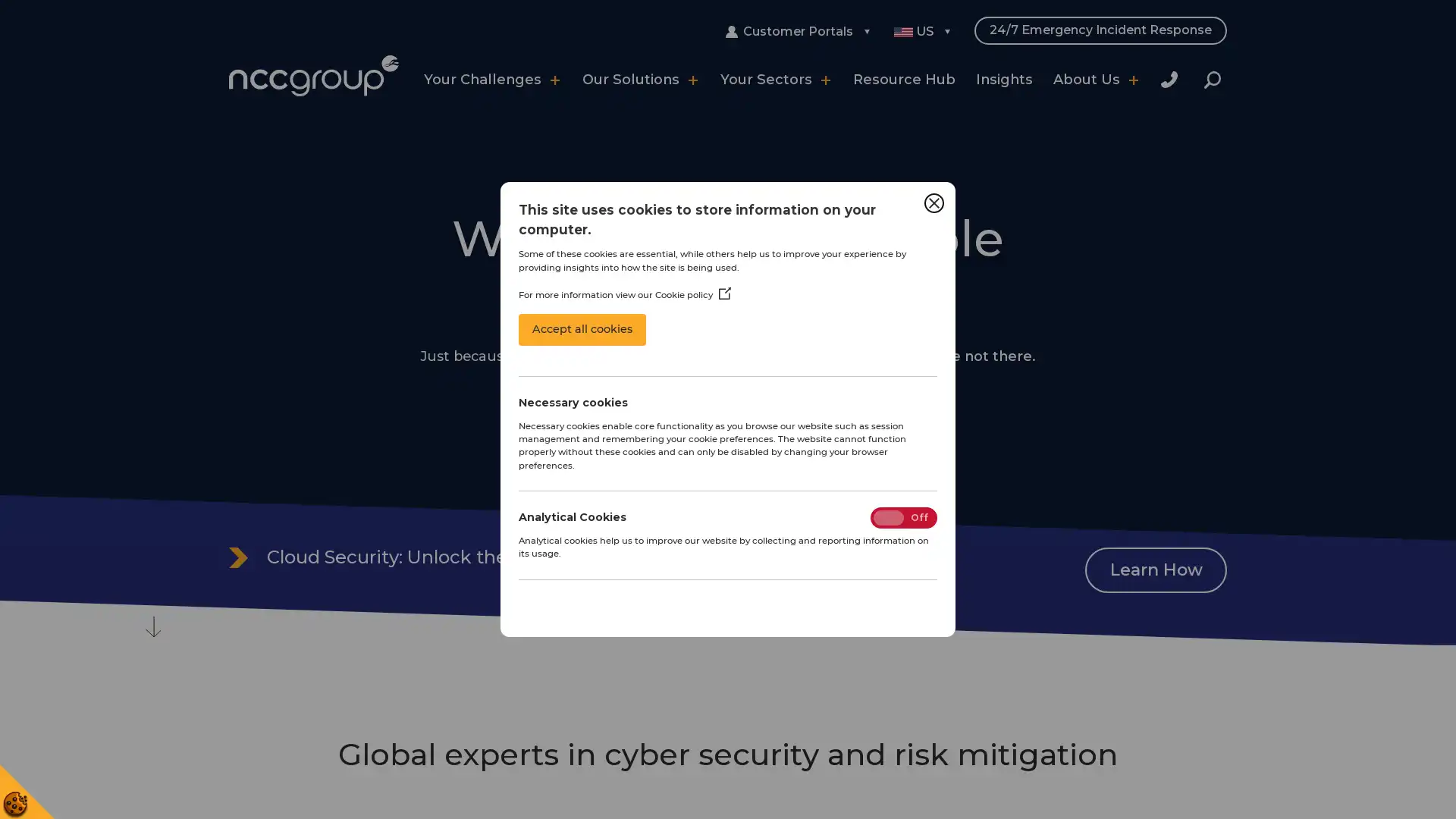 Image resolution: width=1456 pixels, height=819 pixels. Describe the element at coordinates (1163, 133) in the screenshot. I see `Close Search` at that location.